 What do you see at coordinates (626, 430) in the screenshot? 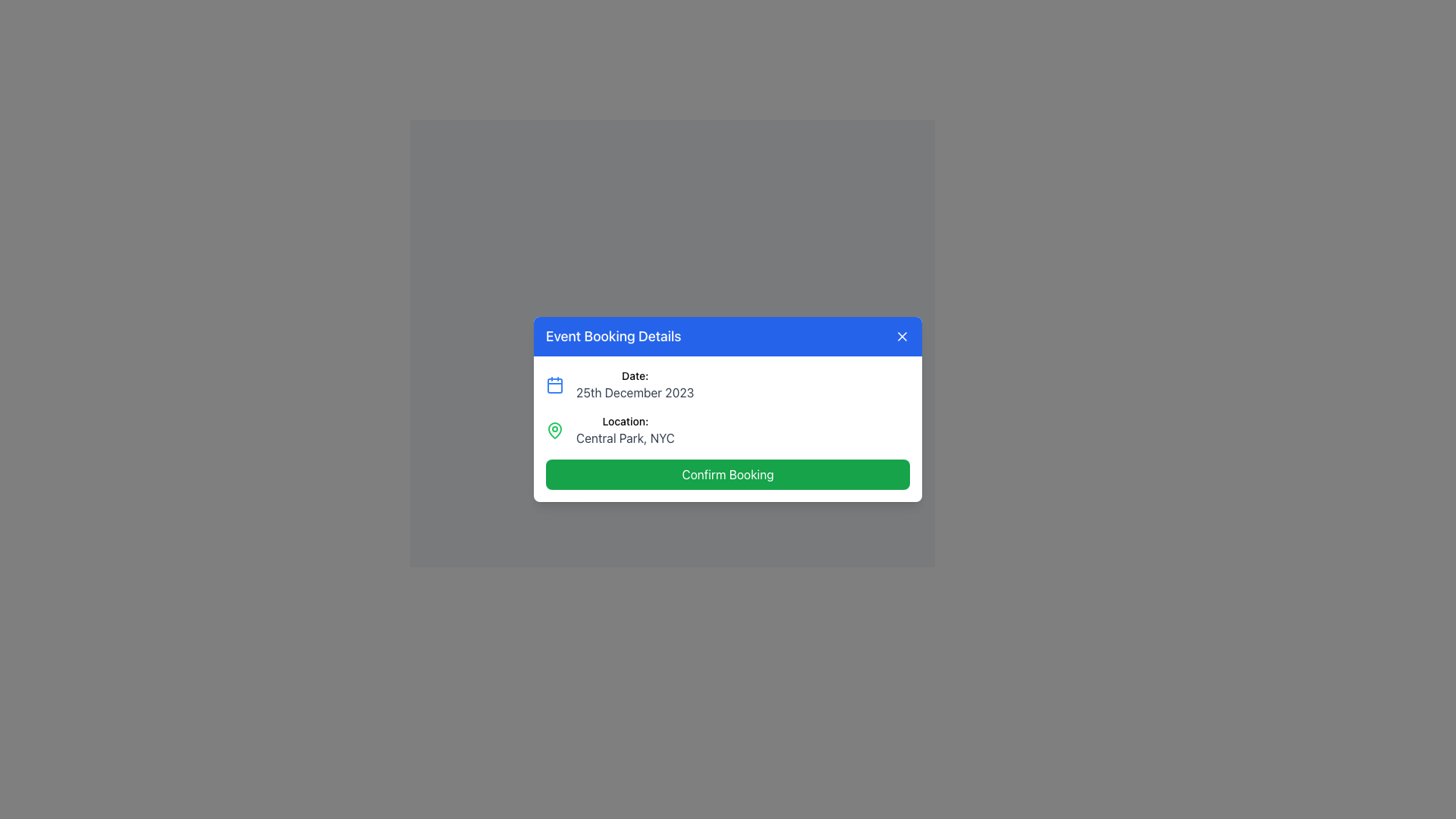
I see `text from the Text label displaying 'Location:' and 'Central Park, NYC', which is located in the middle-right section of the modal, just below the 'Date' label` at bounding box center [626, 430].